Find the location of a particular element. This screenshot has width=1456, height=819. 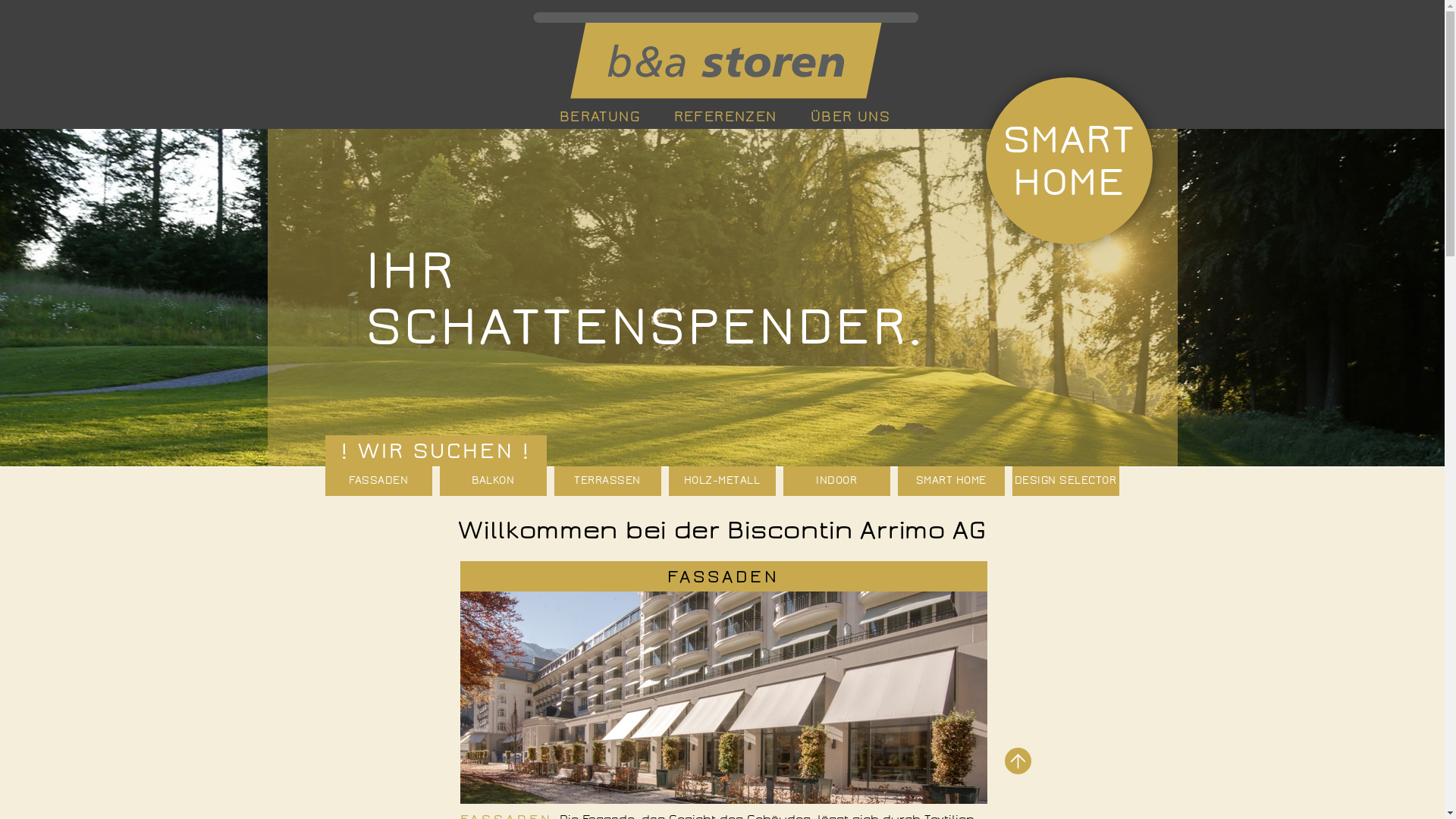

'FASSADEN' is located at coordinates (722, 576).